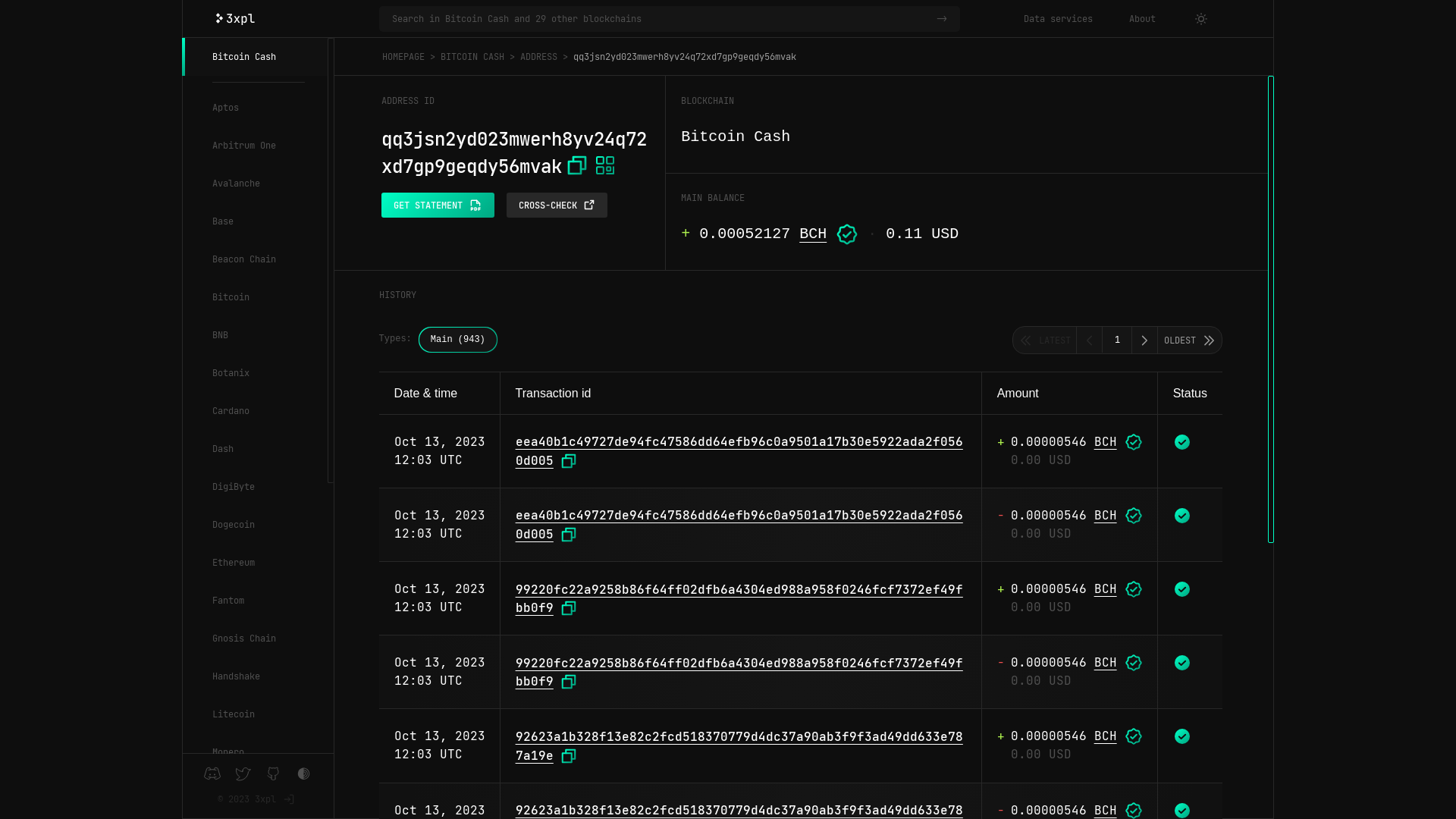 The image size is (1456, 819). Describe the element at coordinates (255, 183) in the screenshot. I see `'Avalanche'` at that location.